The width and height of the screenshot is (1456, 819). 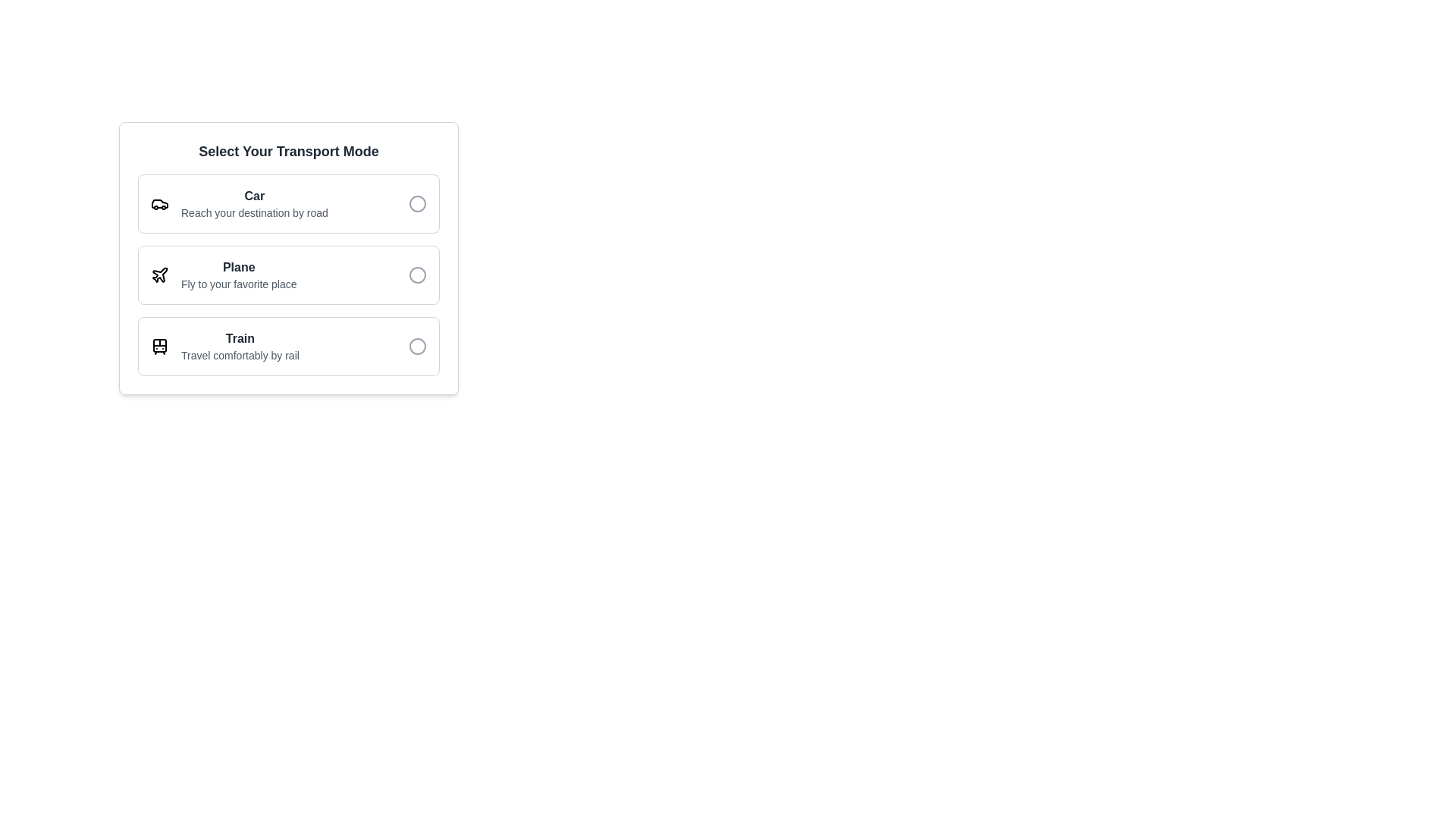 What do you see at coordinates (418, 275) in the screenshot?
I see `the icon or indicator representing the selectable state within the 'Plane' transport option context, located towards the right end of the 'Plane' option` at bounding box center [418, 275].